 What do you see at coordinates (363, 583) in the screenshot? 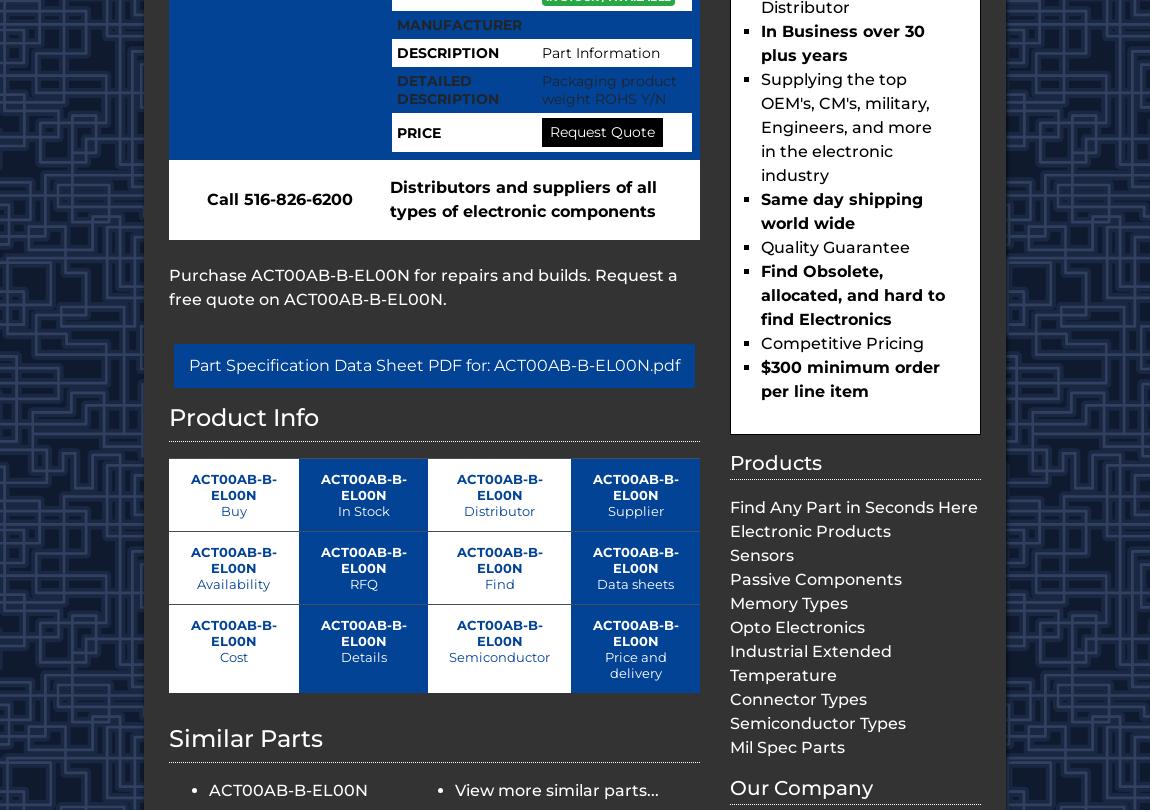
I see `'RFQ'` at bounding box center [363, 583].